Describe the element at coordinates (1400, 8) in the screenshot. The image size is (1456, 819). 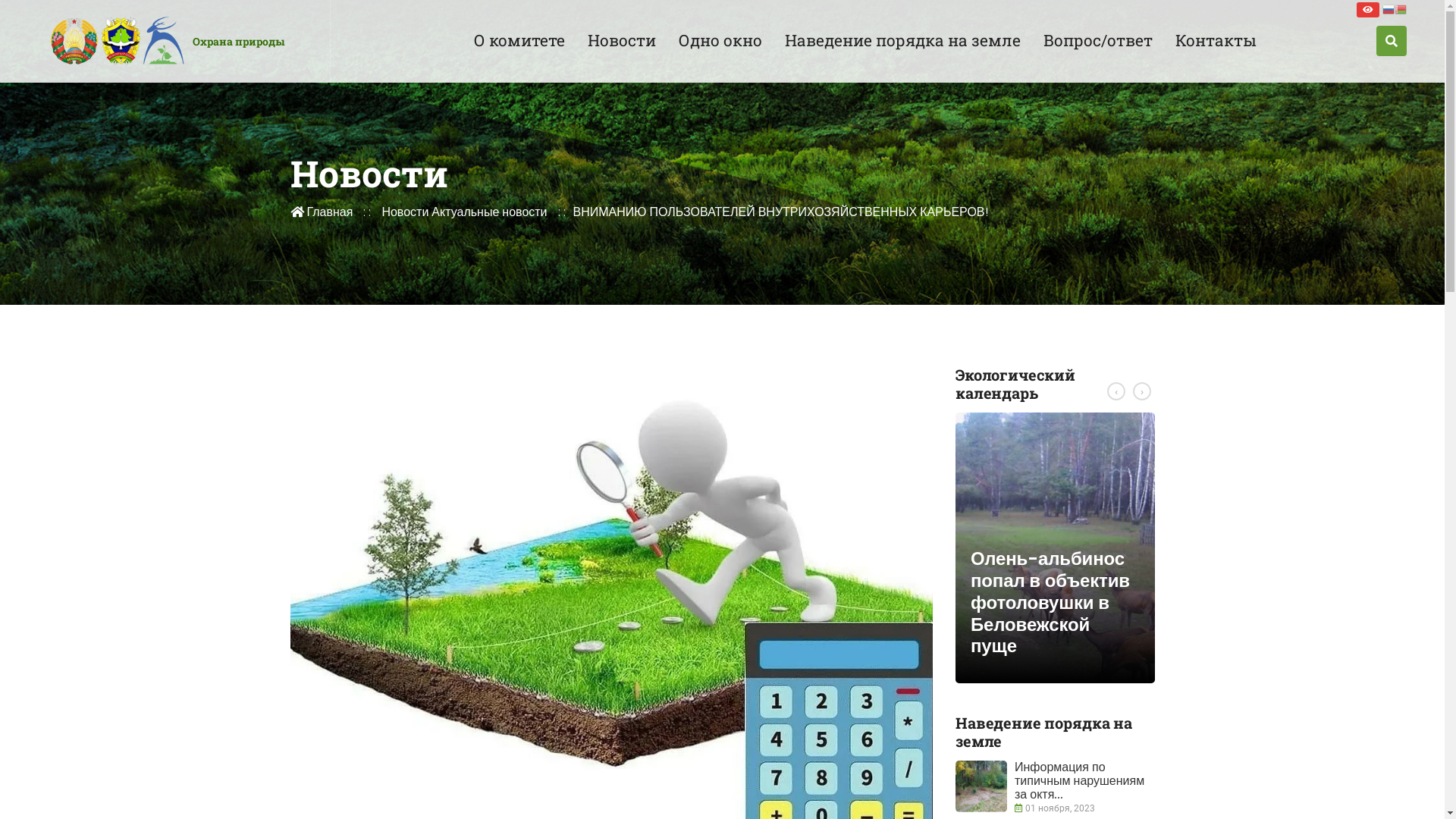
I see `'Belarusian'` at that location.